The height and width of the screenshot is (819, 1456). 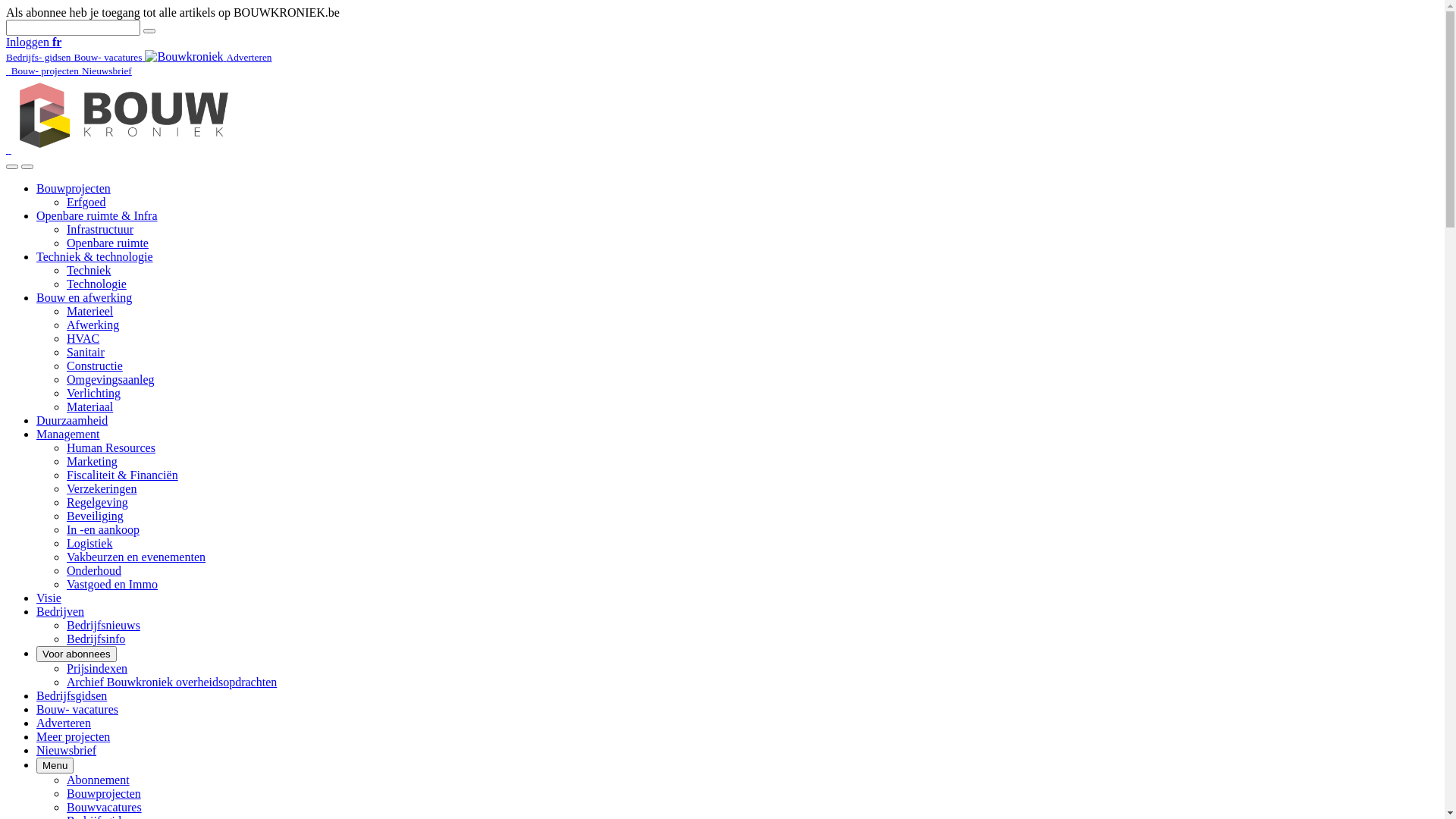 What do you see at coordinates (46, 70) in the screenshot?
I see `'Bouw- projecten'` at bounding box center [46, 70].